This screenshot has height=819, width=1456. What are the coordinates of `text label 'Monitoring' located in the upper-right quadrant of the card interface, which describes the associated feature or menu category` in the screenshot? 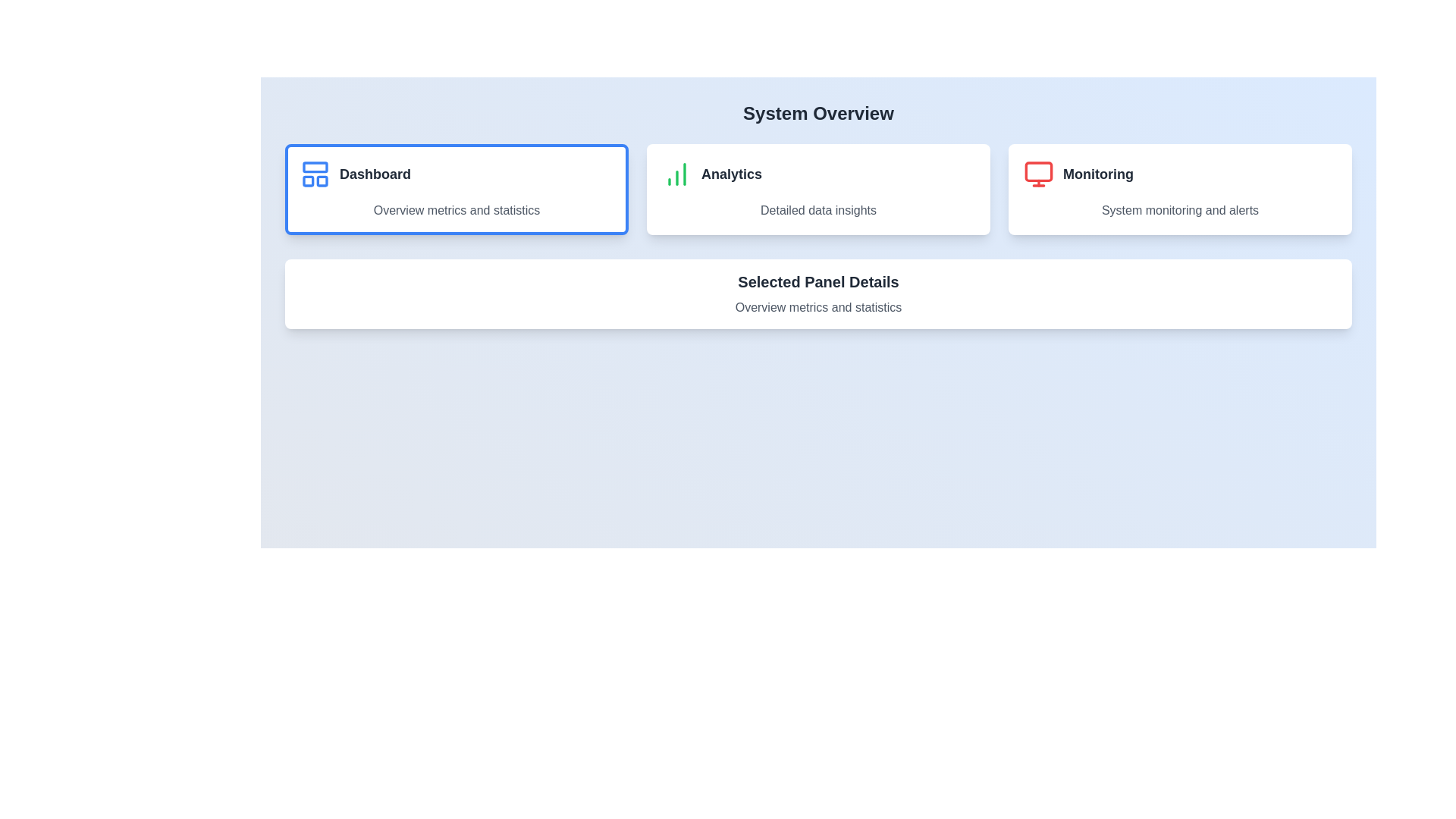 It's located at (1098, 174).